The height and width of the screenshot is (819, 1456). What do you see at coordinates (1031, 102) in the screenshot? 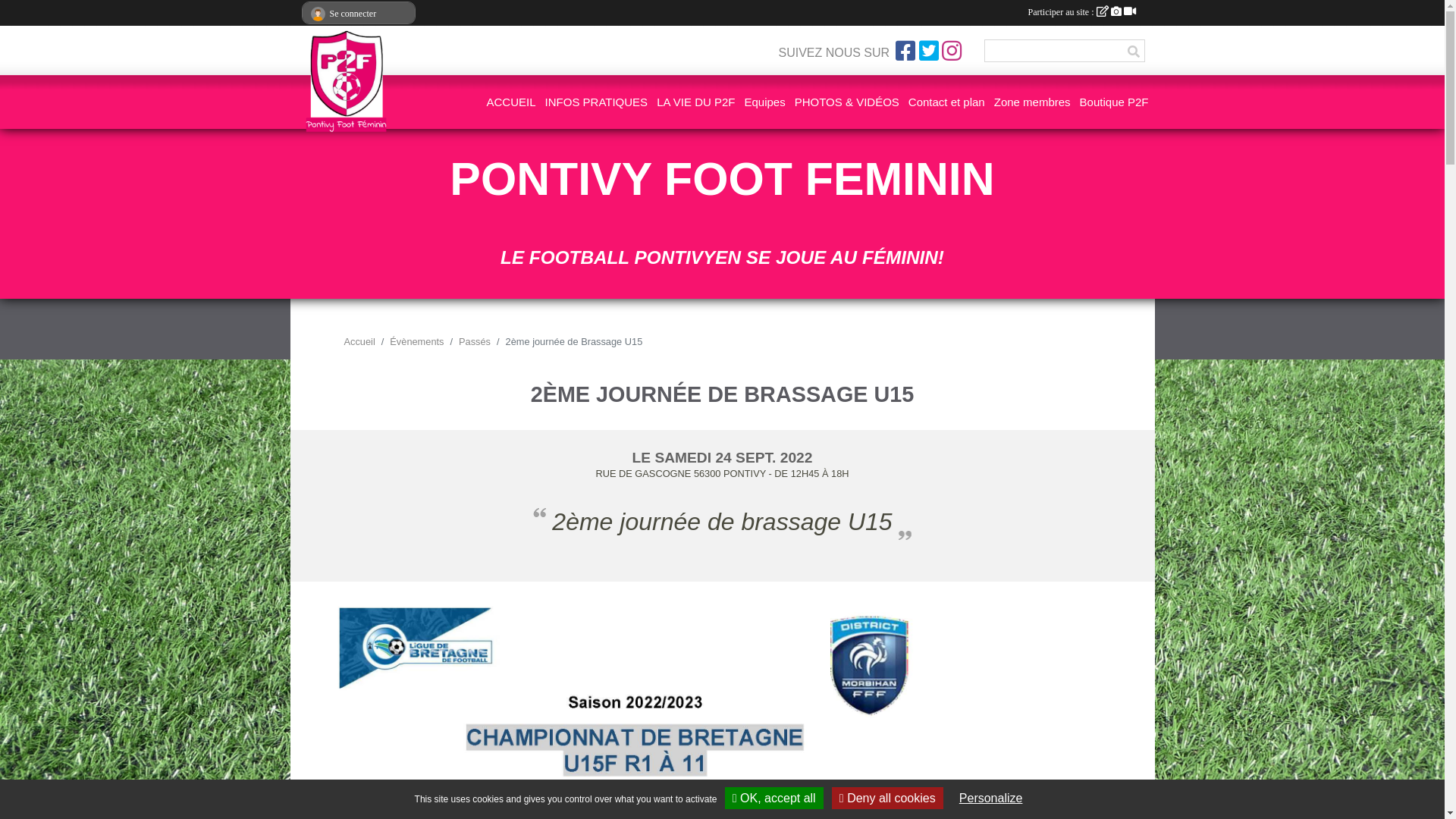
I see `'Zone membres'` at bounding box center [1031, 102].